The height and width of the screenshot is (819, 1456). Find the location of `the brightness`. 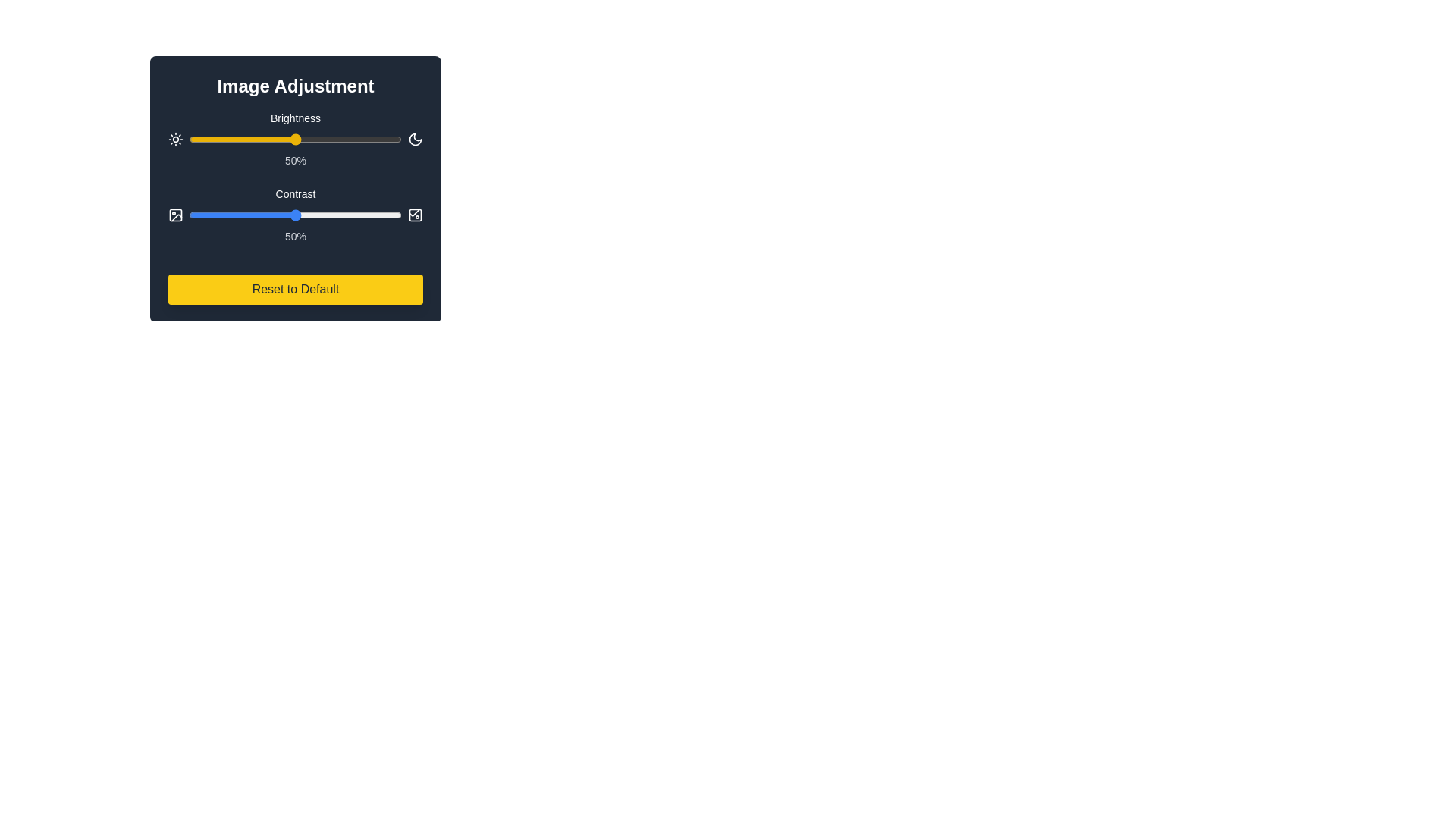

the brightness is located at coordinates (376, 140).